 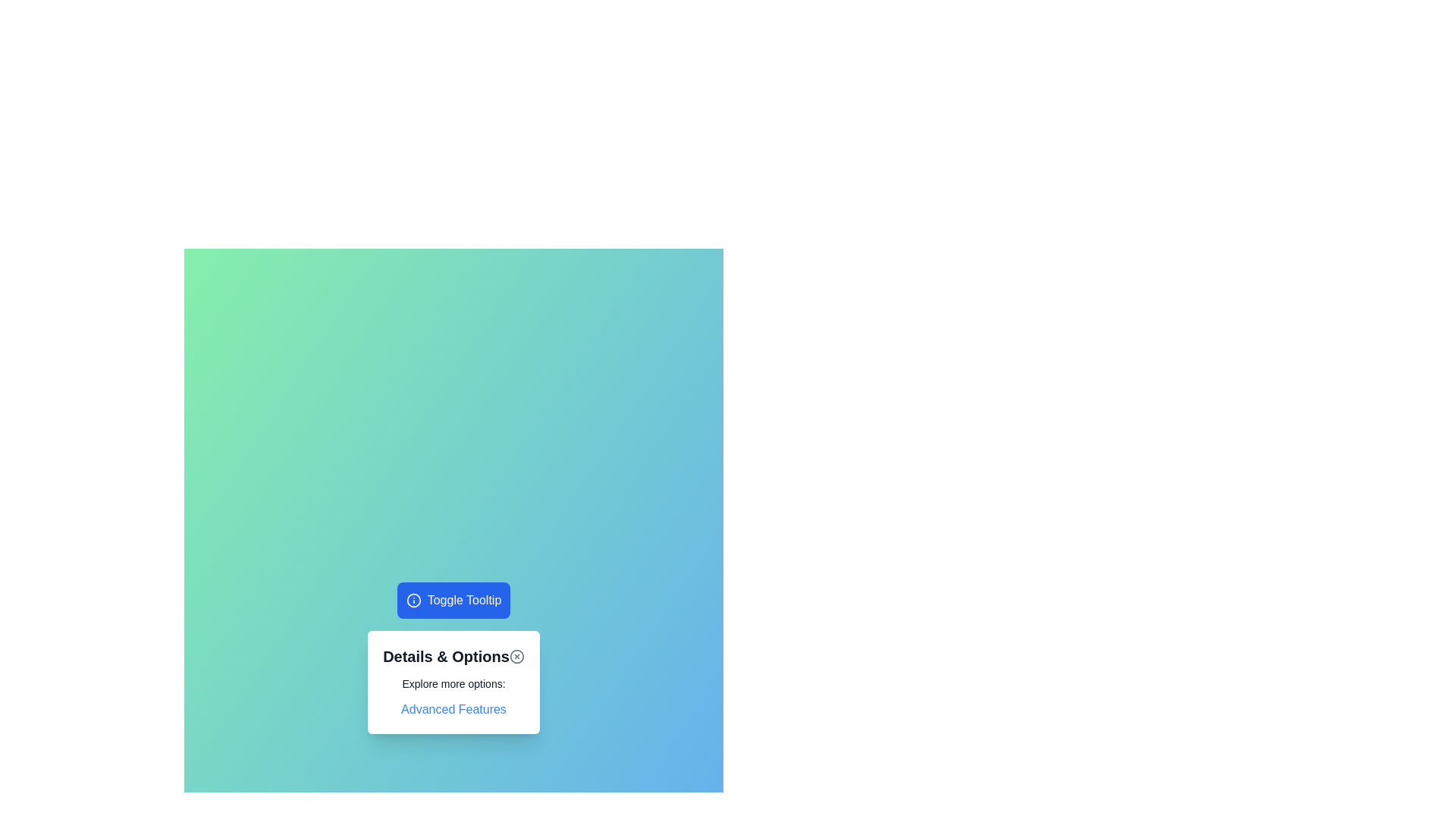 I want to click on the circular icon with a blue outline that is part of the 'Toggle Tooltip' button located near the top-center of the interface, so click(x=413, y=599).